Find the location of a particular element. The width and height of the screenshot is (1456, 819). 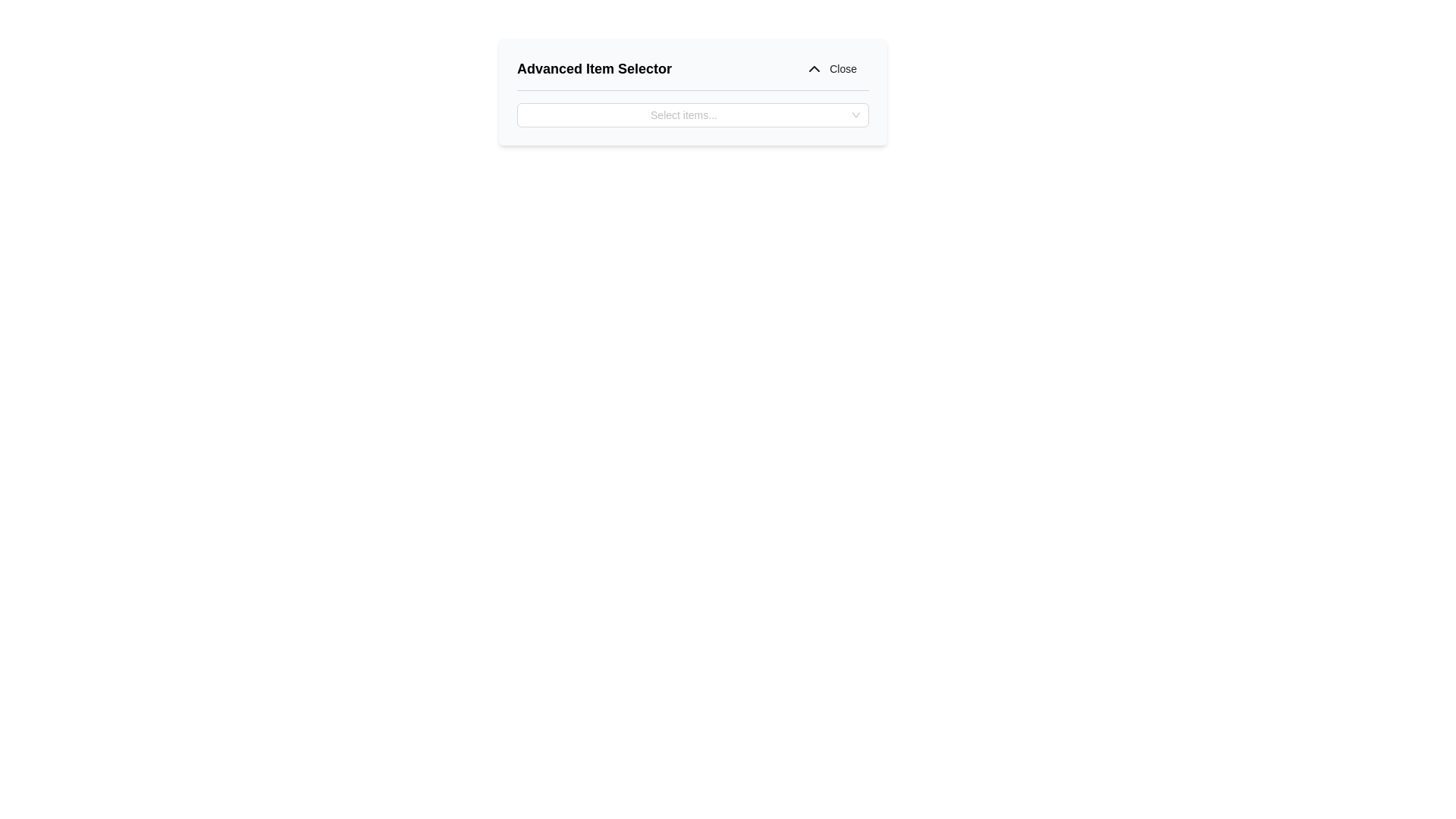

options from the 'Select items...' dropdown menu featuring multi-select and search capabilities located below the 'Advanced Item Selector' header is located at coordinates (692, 114).